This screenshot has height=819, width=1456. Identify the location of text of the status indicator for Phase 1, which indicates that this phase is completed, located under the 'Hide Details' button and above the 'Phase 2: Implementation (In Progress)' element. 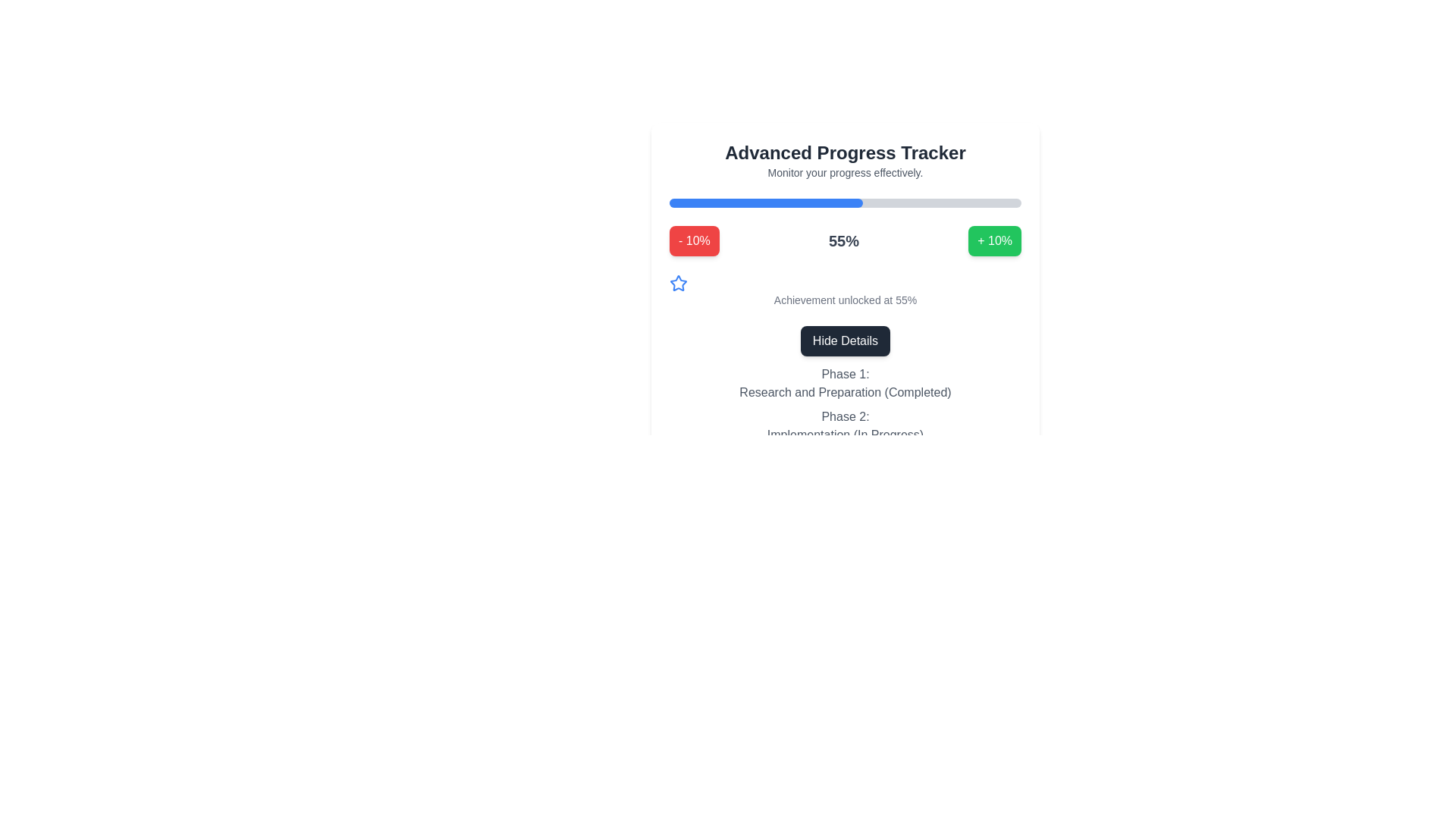
(844, 382).